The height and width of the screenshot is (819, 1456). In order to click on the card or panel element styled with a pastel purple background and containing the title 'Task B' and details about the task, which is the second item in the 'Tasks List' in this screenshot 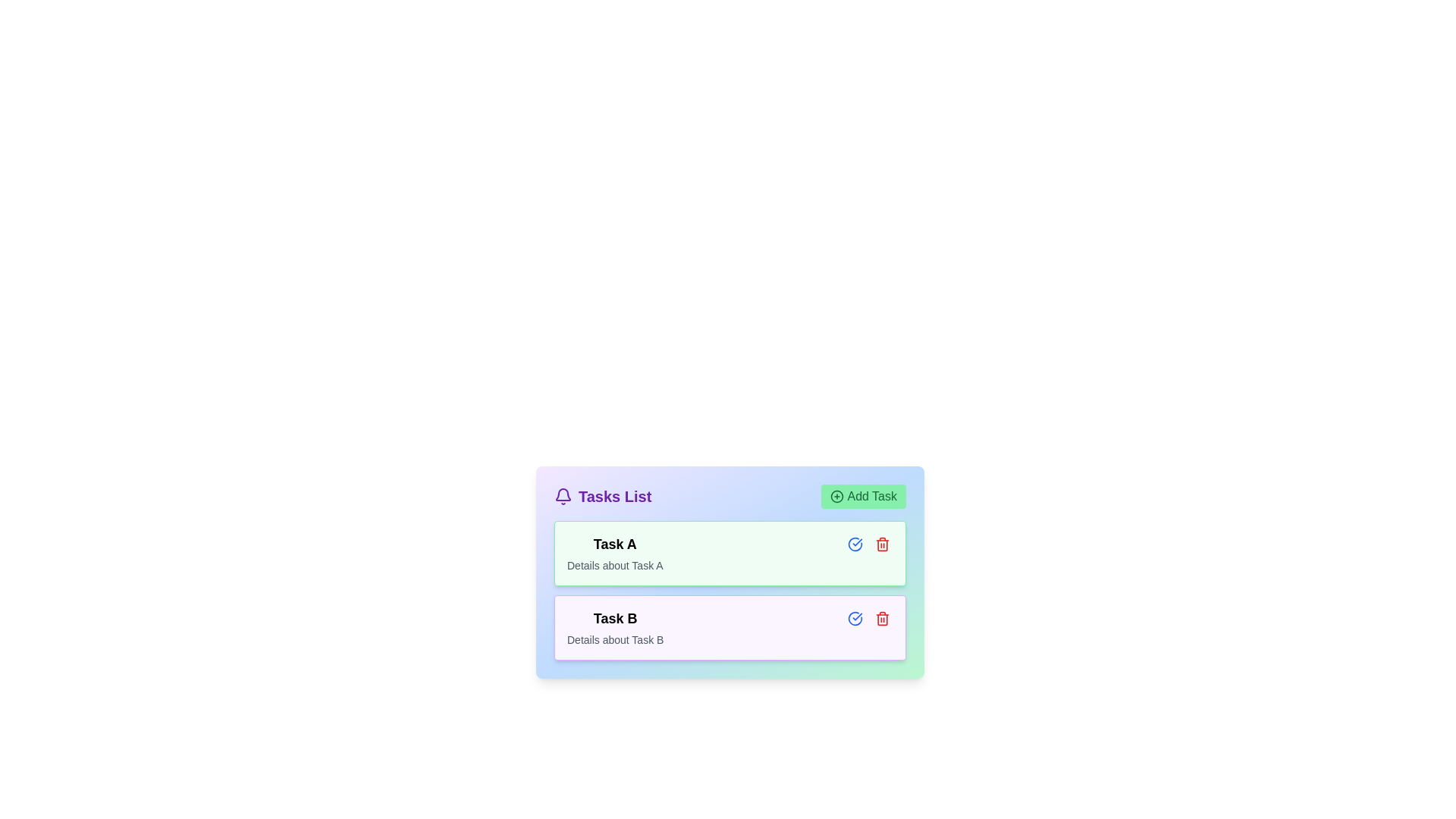, I will do `click(730, 632)`.